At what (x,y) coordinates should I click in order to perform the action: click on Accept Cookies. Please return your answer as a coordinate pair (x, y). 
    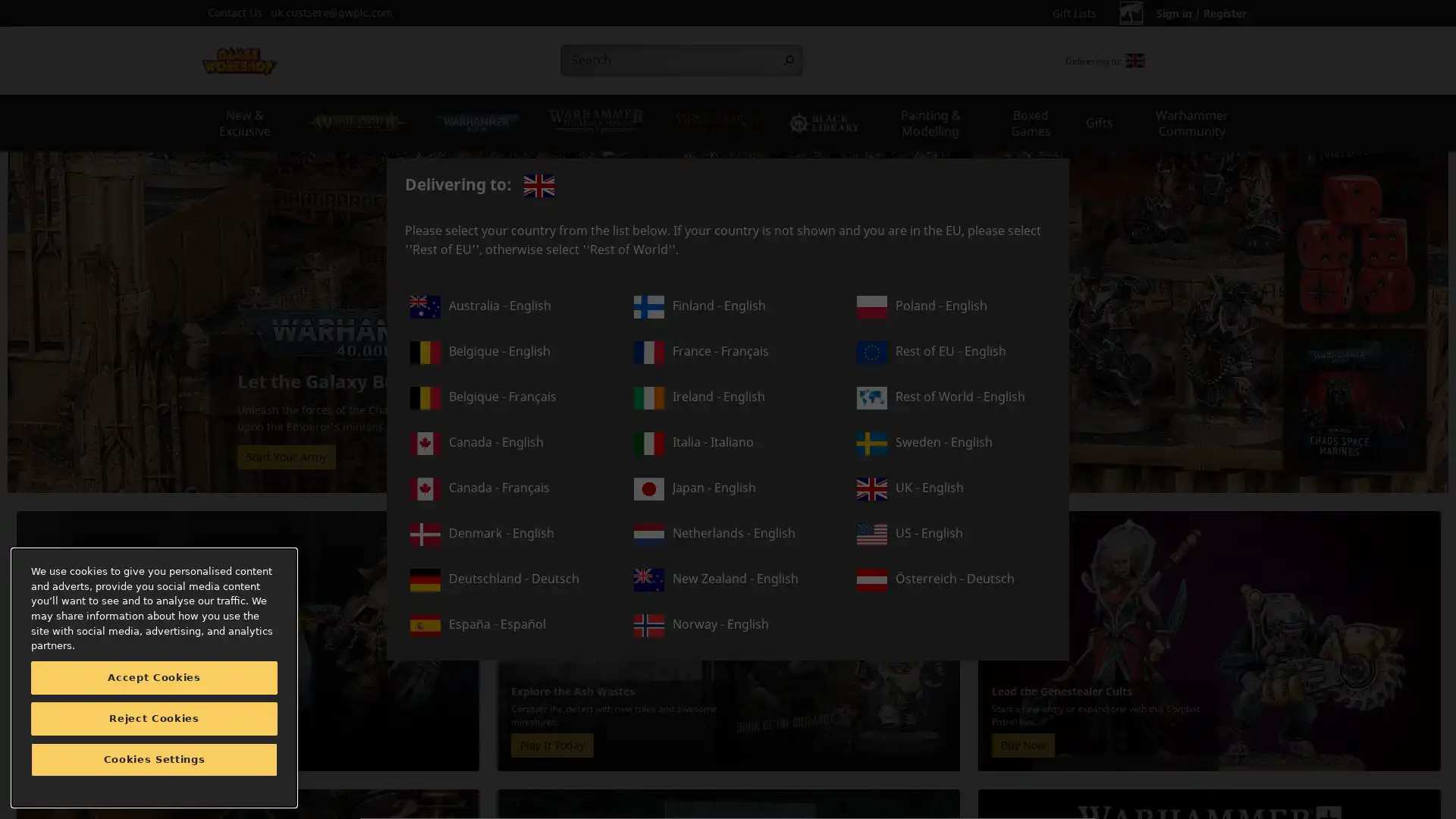
    Looking at the image, I should click on (154, 677).